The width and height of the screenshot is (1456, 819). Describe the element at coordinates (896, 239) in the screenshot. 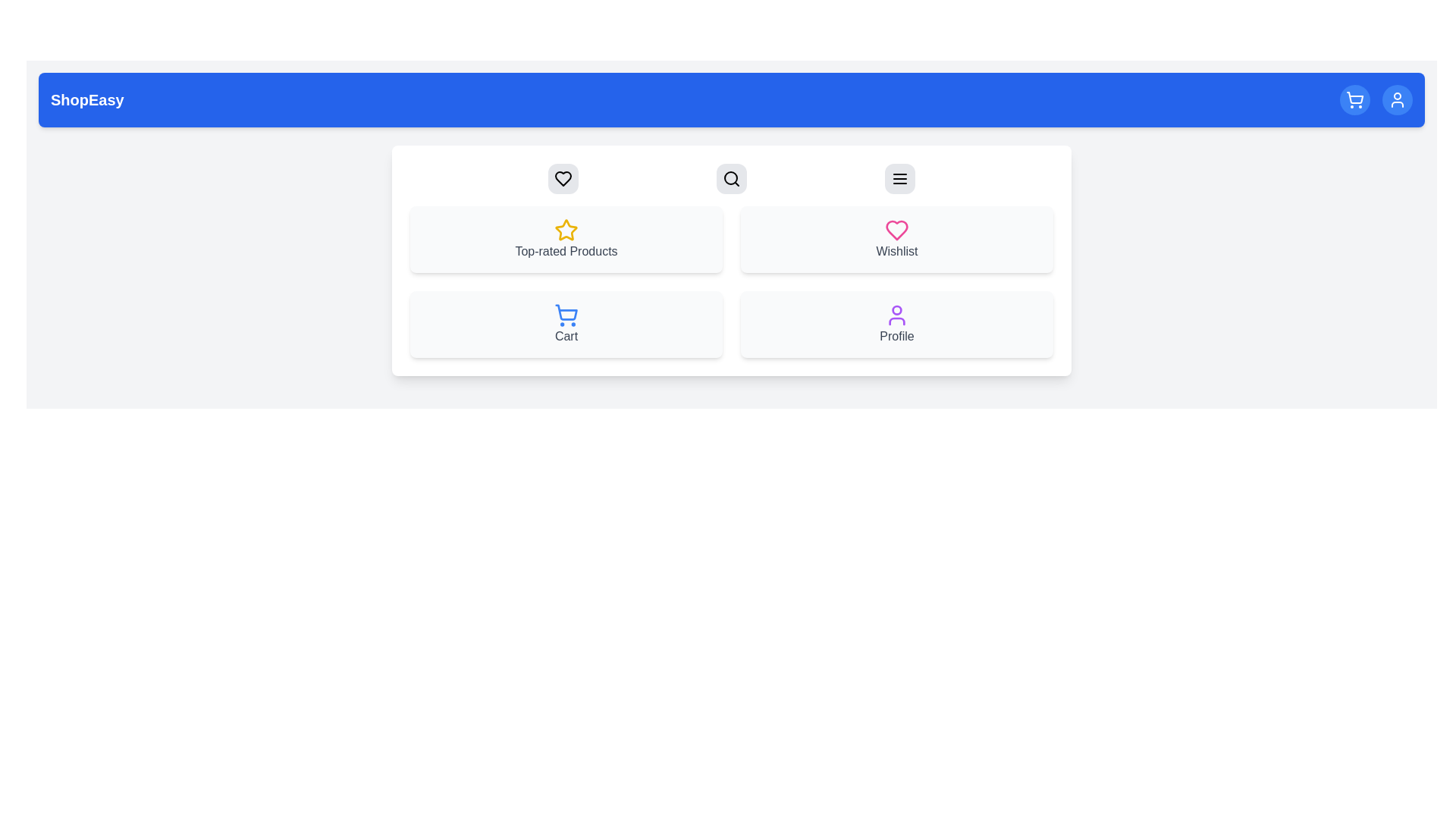

I see `the pink heart icon in the Wishlist card, which has a light gray background and is located in a 2x2 grid layout` at that location.